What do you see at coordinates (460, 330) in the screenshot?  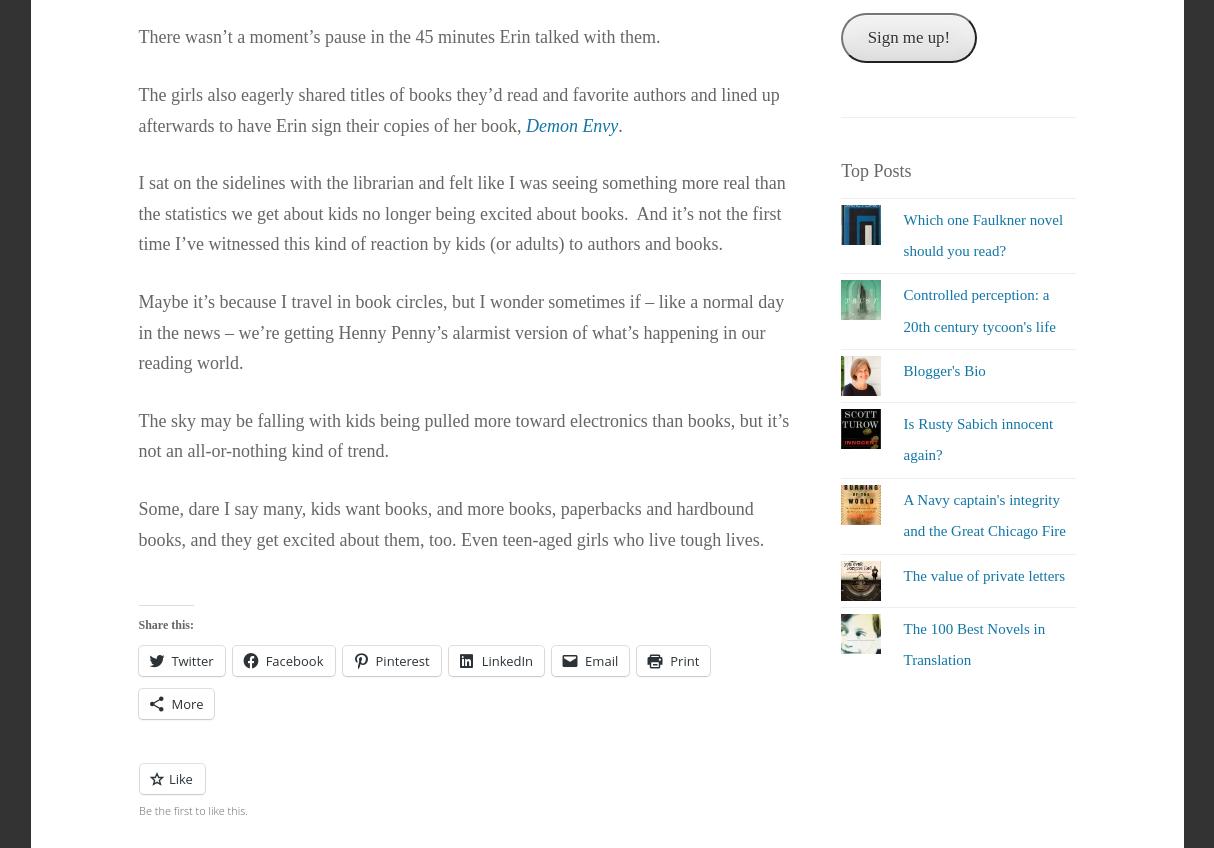 I see `'Maybe it’s because I travel in book circles, but I wonder sometimes if – like a normal day in the news – we’re getting Henny Penny’s alarmist version of what’s happening in our reading world.'` at bounding box center [460, 330].